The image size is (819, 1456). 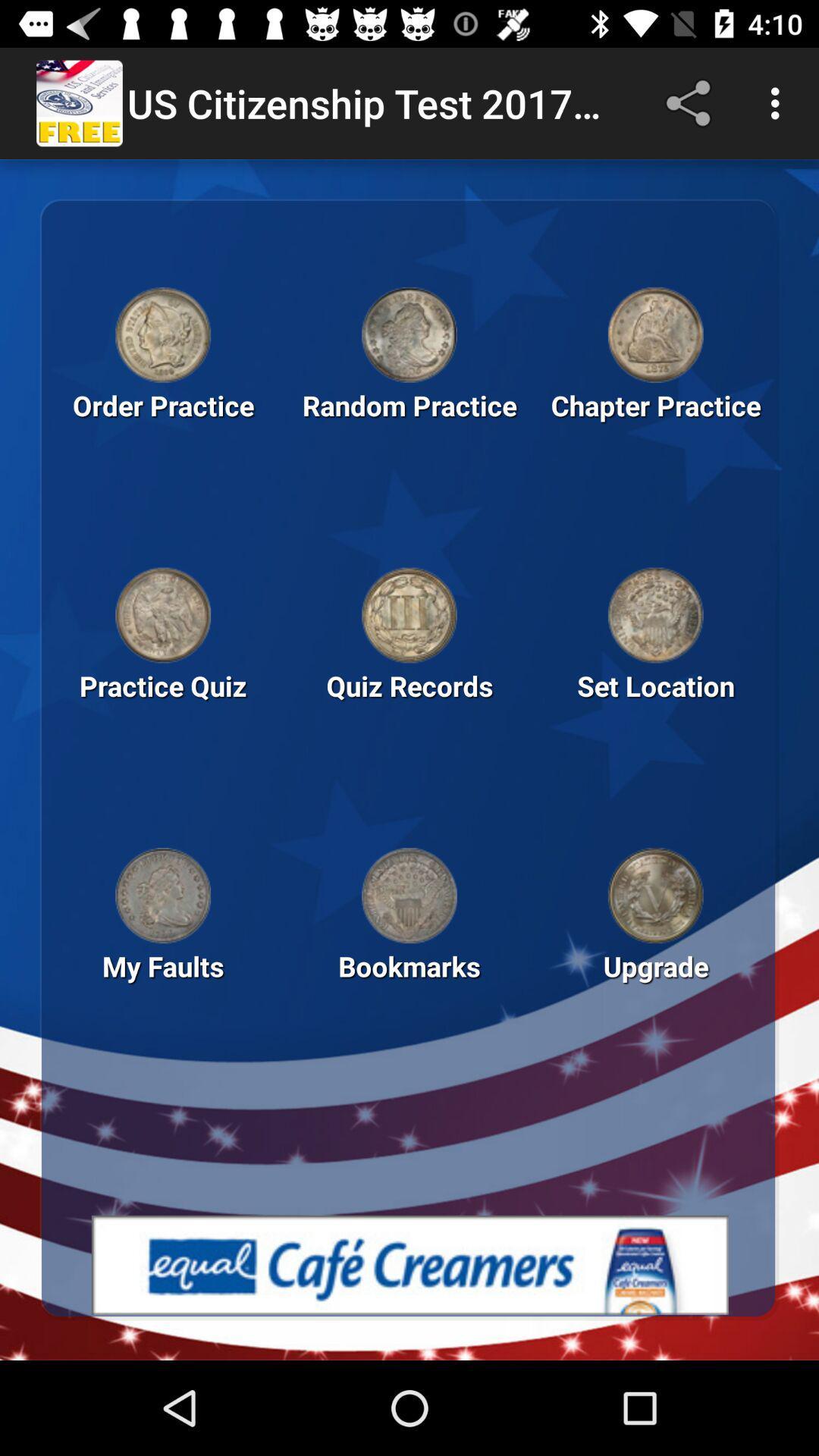 I want to click on option my faults on page, so click(x=163, y=992).